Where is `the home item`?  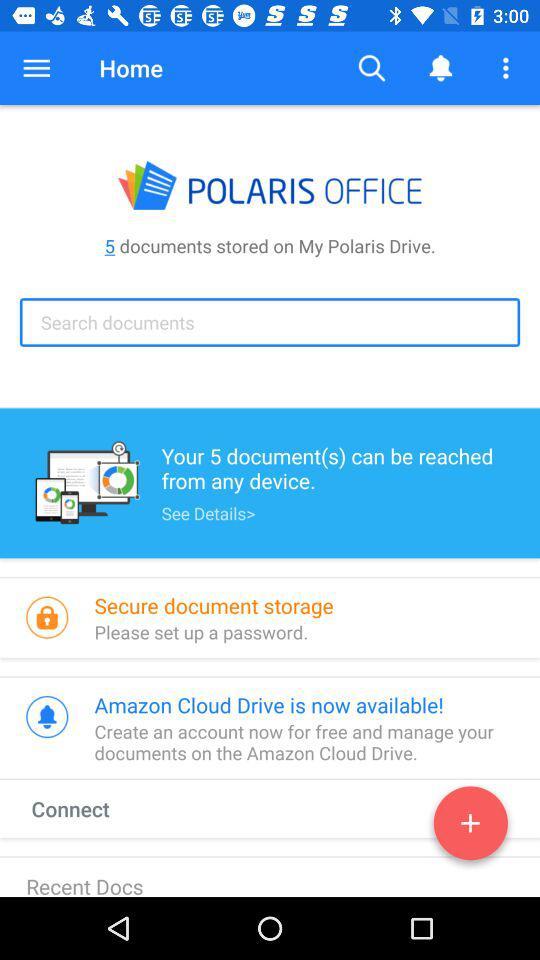
the home item is located at coordinates (131, 68).